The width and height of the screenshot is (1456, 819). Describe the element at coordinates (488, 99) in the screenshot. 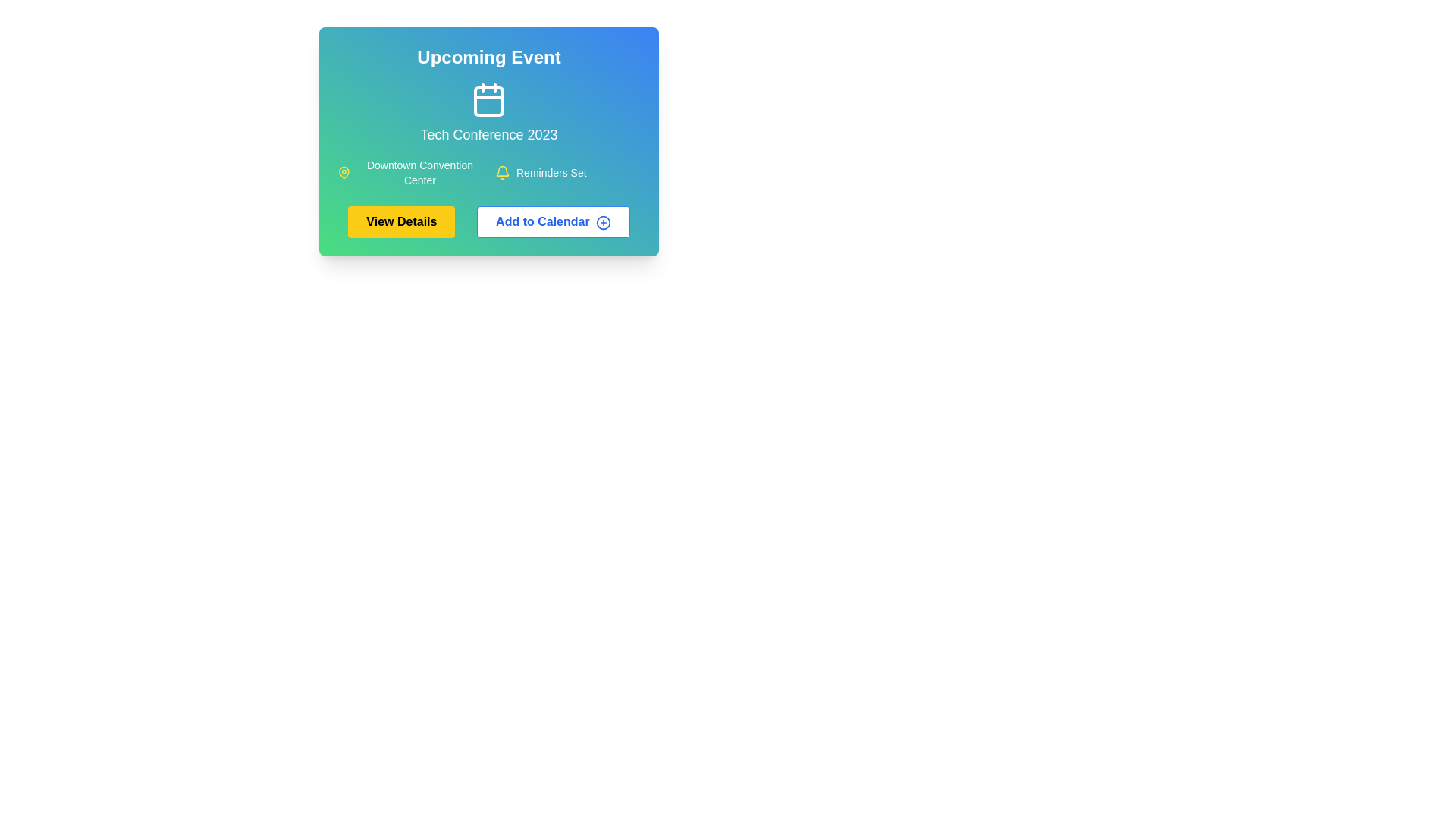

I see `the calendar icon at the top center of the section, which is styled with a white stroke and represents event details for 'Tech Conference 2023'` at that location.